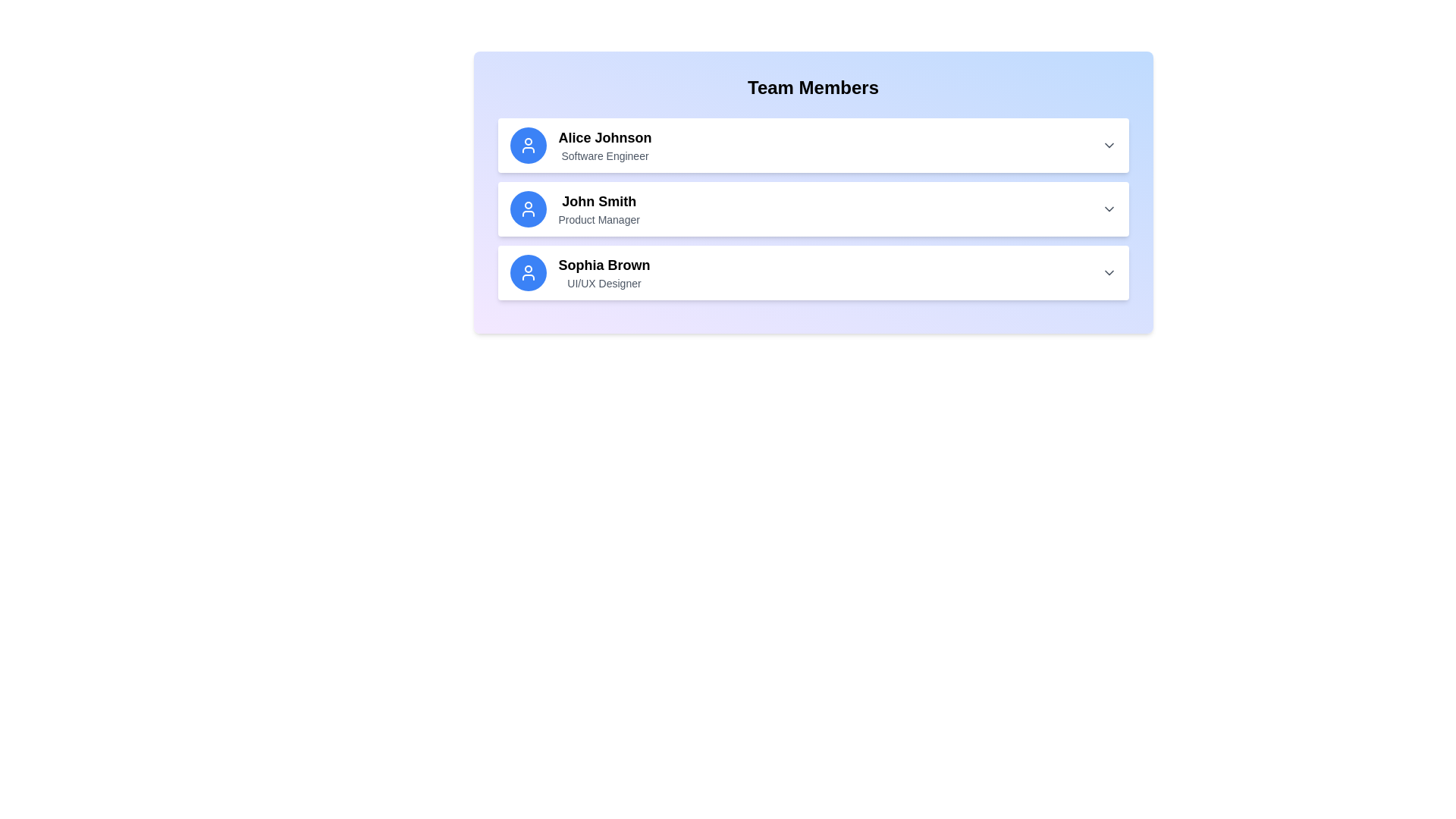 Image resolution: width=1456 pixels, height=819 pixels. Describe the element at coordinates (812, 146) in the screenshot. I see `the arrow at the far right of the profile details for 'Alice Johnson'` at that location.